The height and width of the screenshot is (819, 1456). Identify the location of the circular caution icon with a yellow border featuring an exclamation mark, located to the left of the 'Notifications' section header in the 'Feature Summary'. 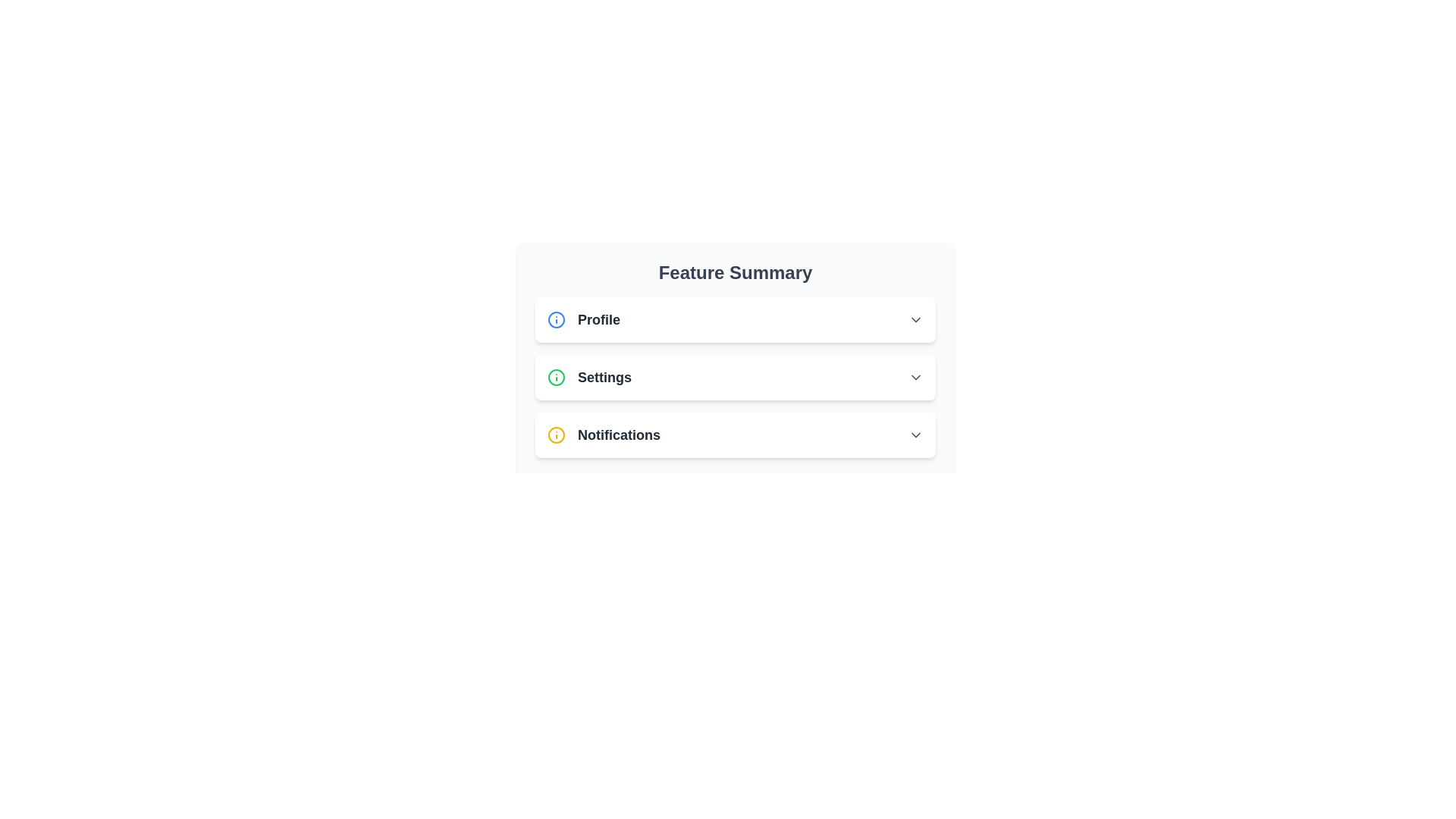
(556, 435).